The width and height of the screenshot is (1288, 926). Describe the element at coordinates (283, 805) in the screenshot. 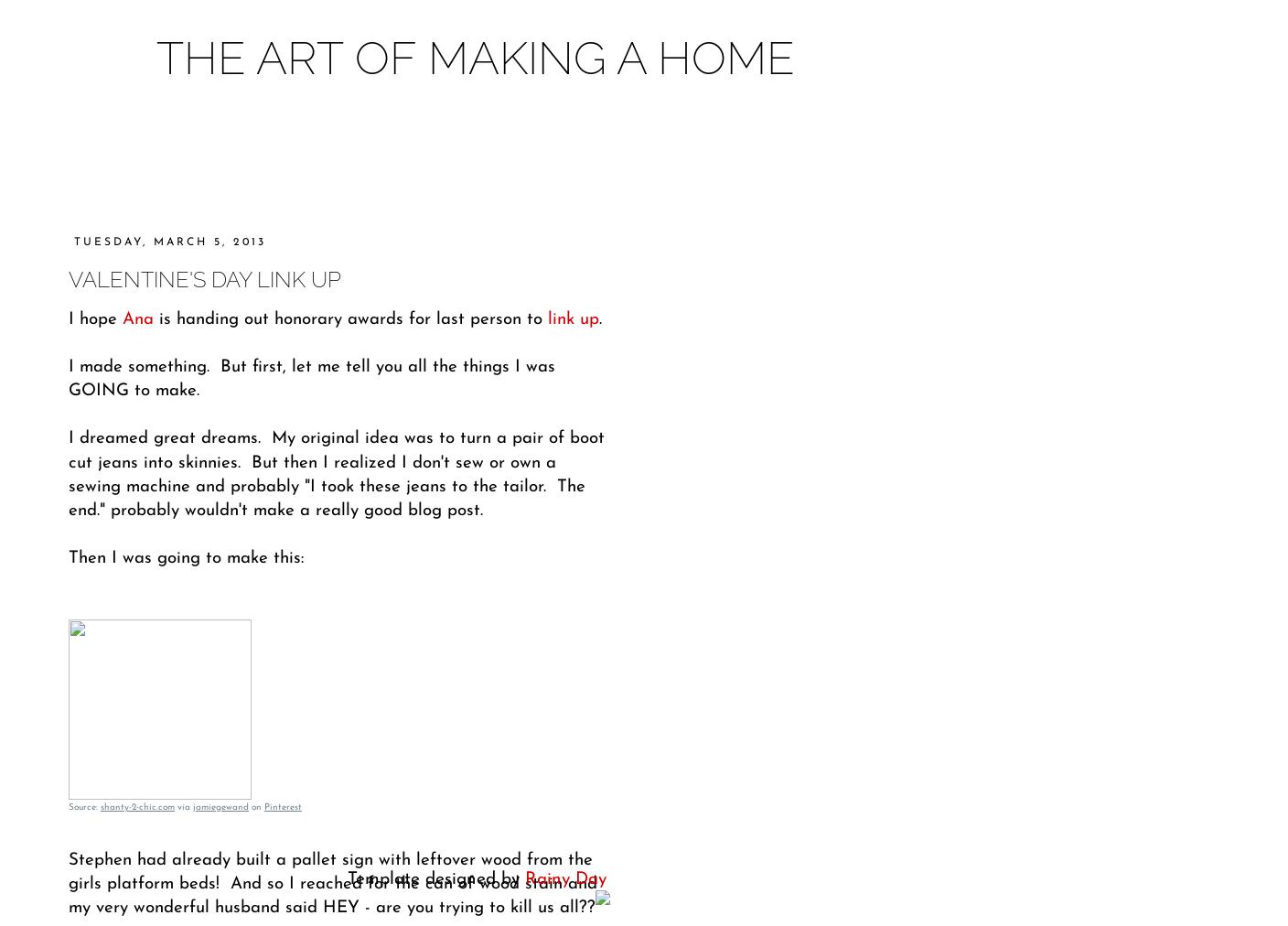

I see `'Pinterest'` at that location.